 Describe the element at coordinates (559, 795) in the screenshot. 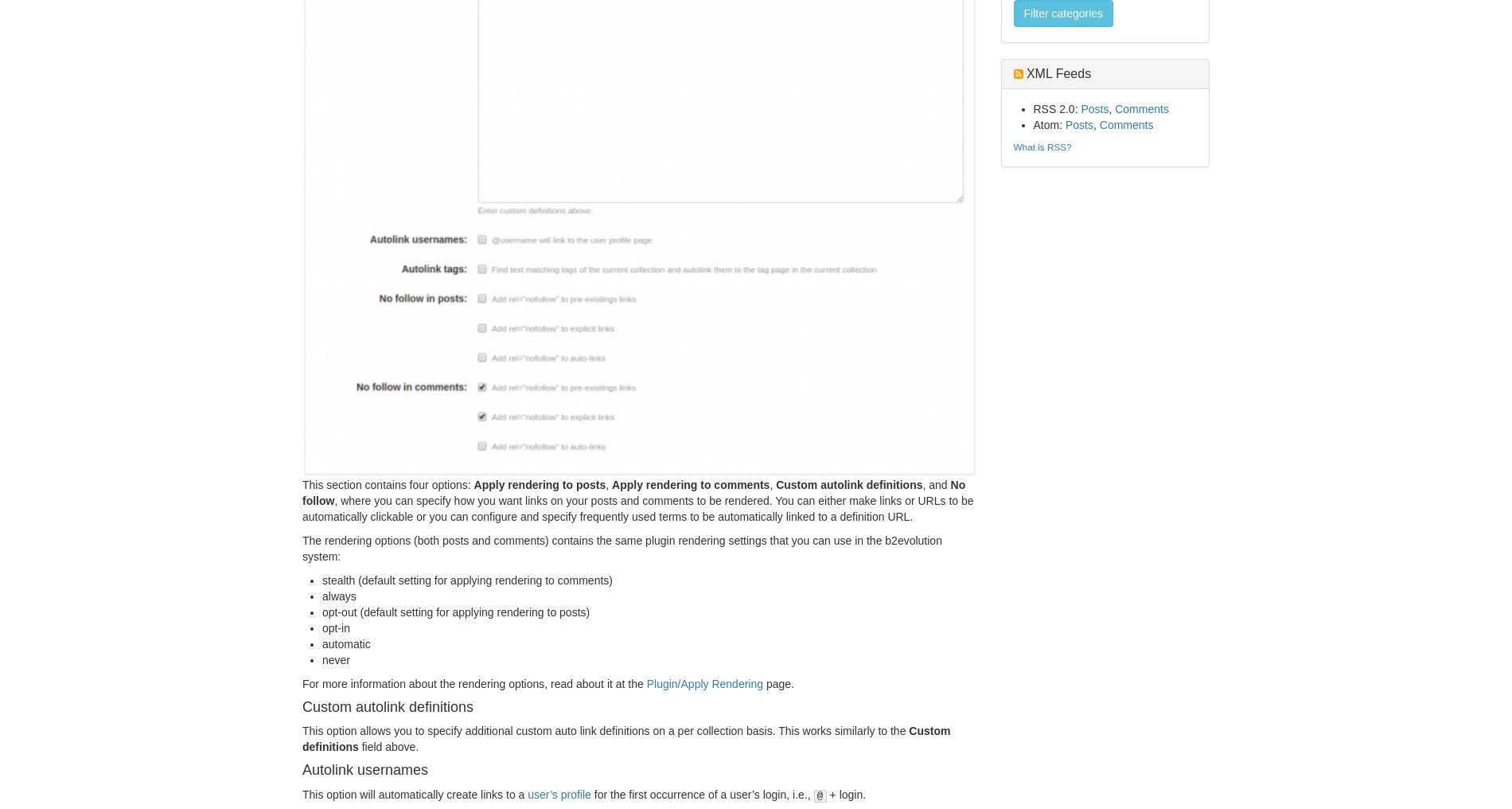

I see `'user’s profile'` at that location.